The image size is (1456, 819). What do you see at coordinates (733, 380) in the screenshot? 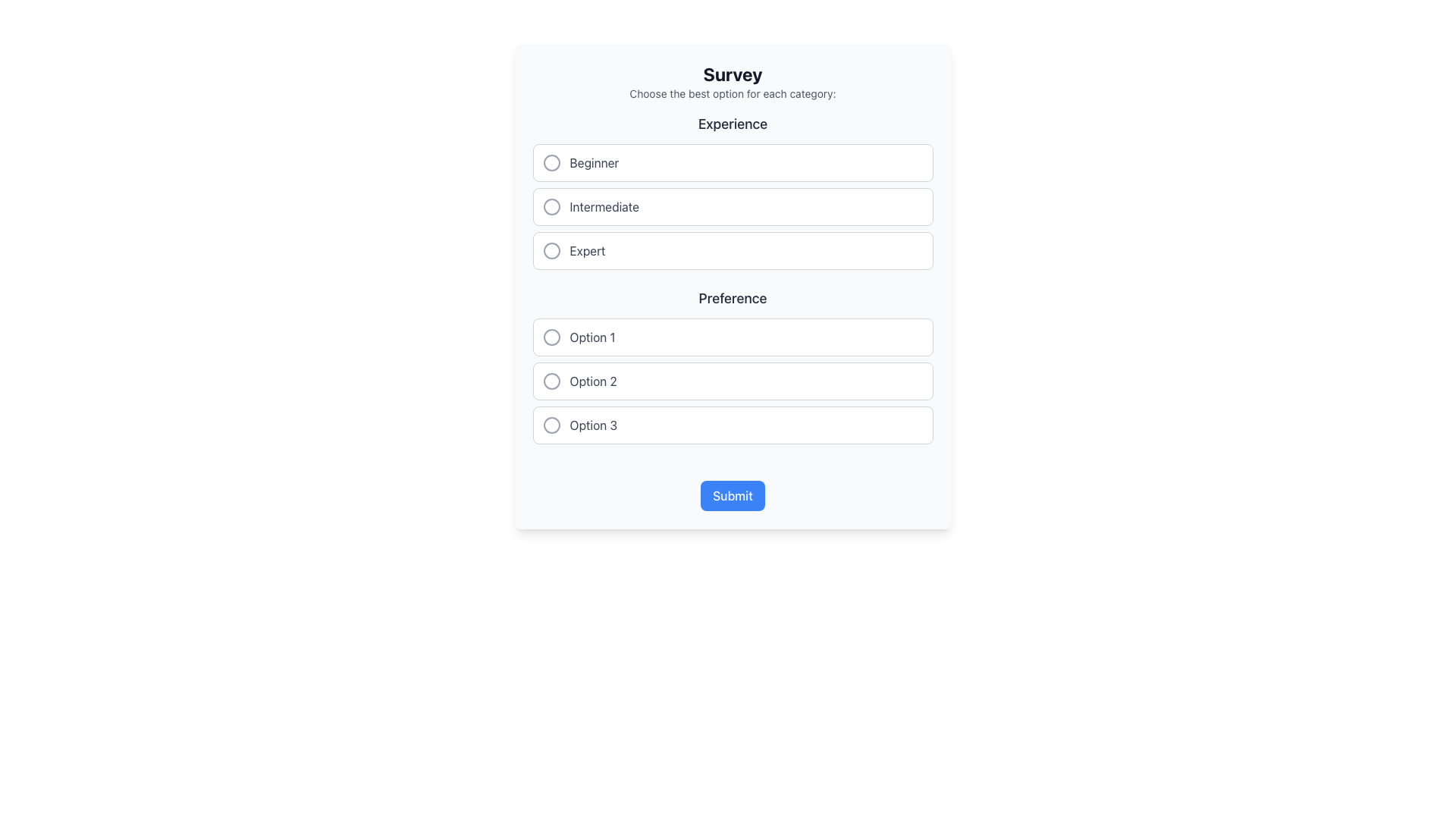
I see `the middle radio button in the 'Preference' category to indicate focus` at bounding box center [733, 380].